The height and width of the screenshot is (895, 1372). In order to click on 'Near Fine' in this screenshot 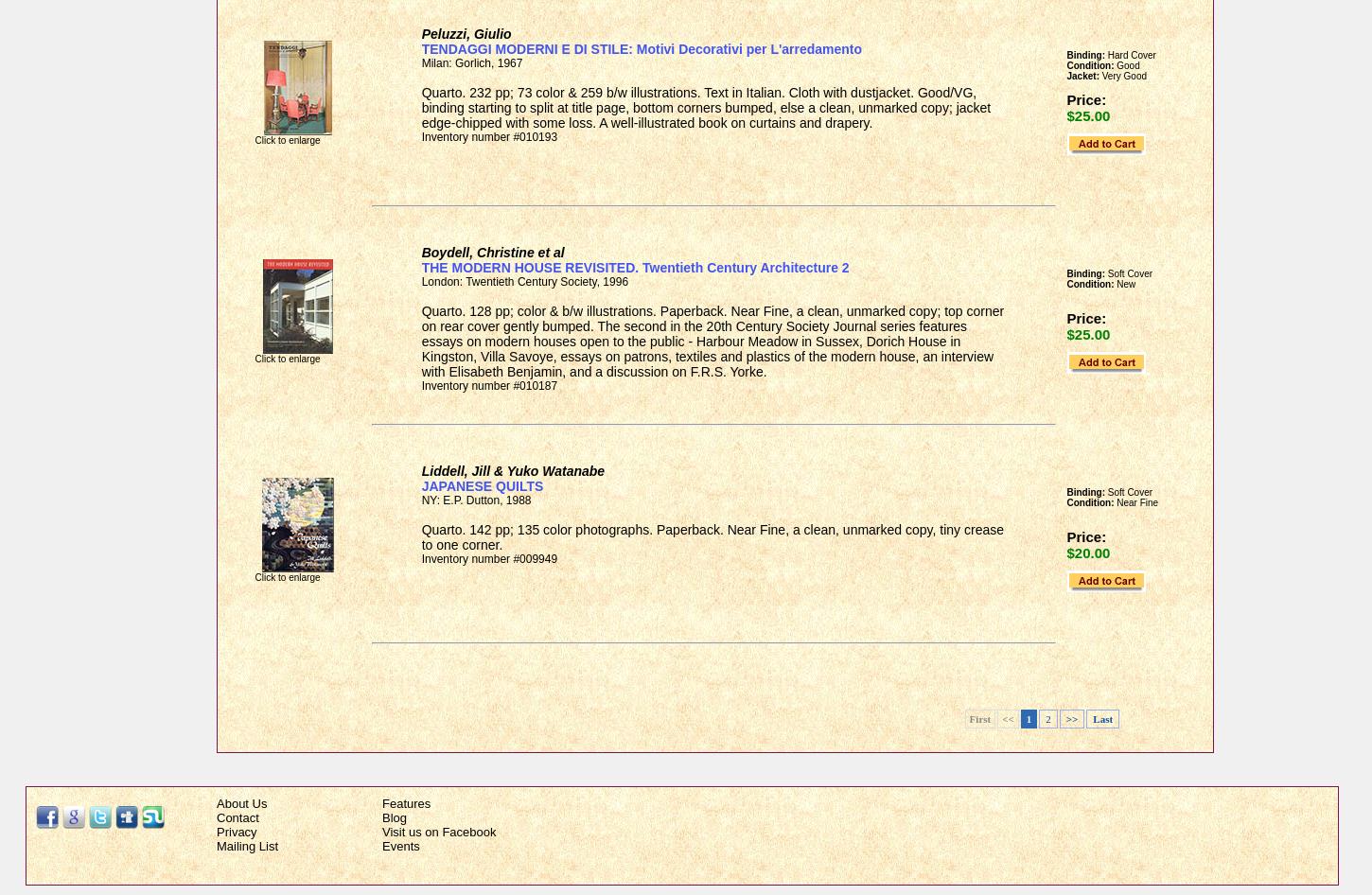, I will do `click(1135, 502)`.